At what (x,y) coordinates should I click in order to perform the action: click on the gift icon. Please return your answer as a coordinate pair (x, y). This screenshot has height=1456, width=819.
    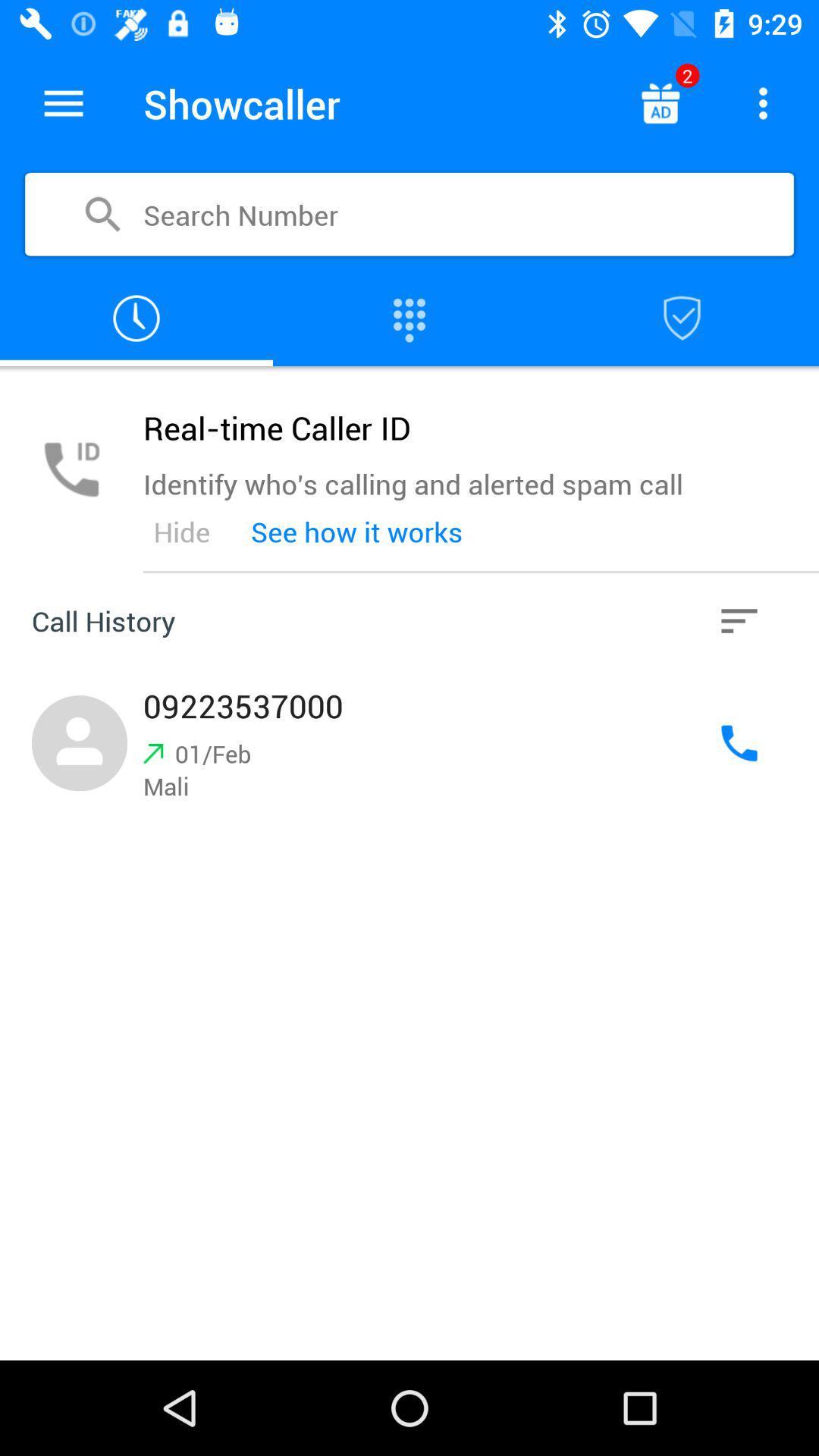
    Looking at the image, I should click on (659, 102).